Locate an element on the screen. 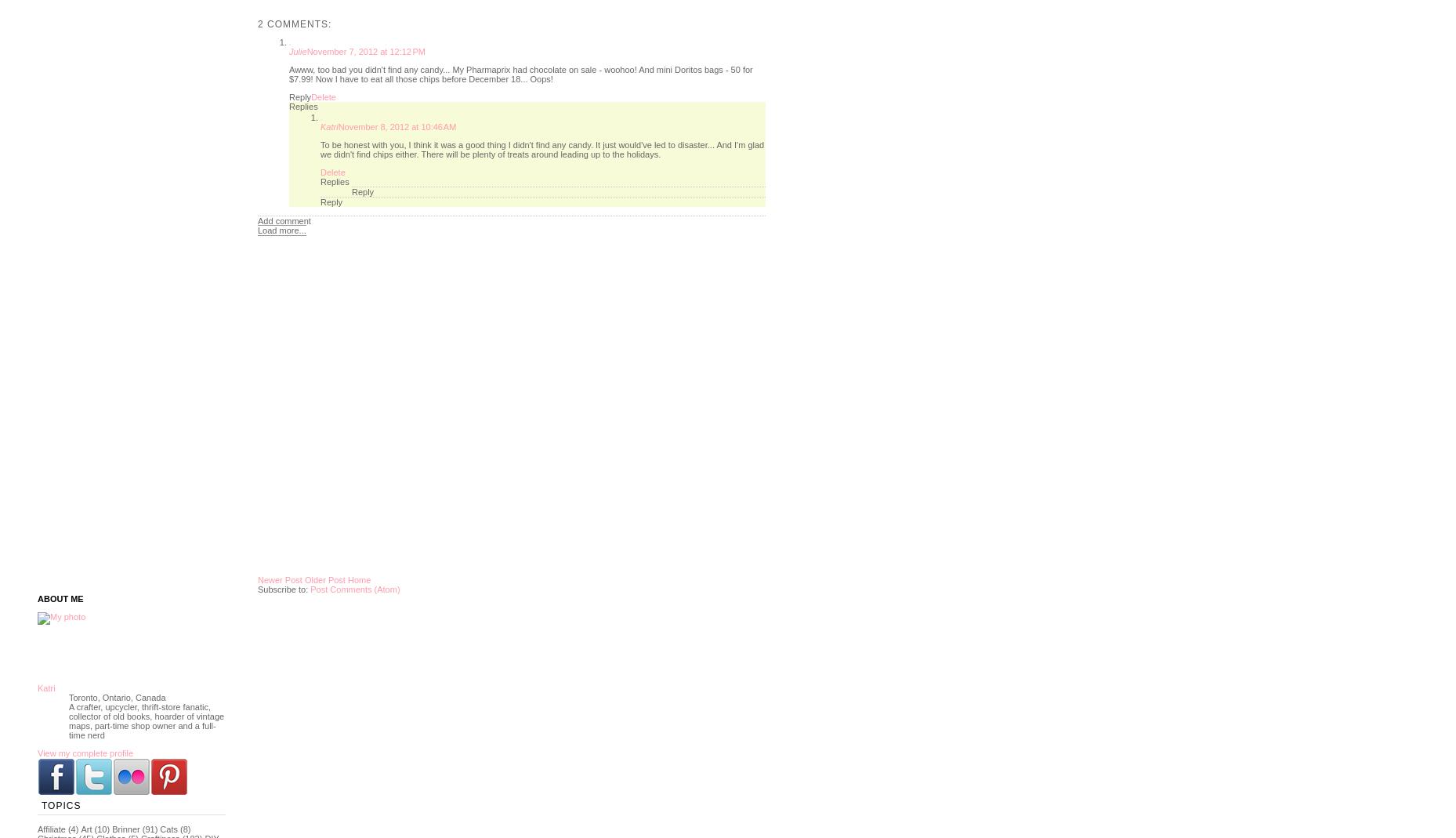 The image size is (1456, 838). 'Topics' is located at coordinates (60, 805).